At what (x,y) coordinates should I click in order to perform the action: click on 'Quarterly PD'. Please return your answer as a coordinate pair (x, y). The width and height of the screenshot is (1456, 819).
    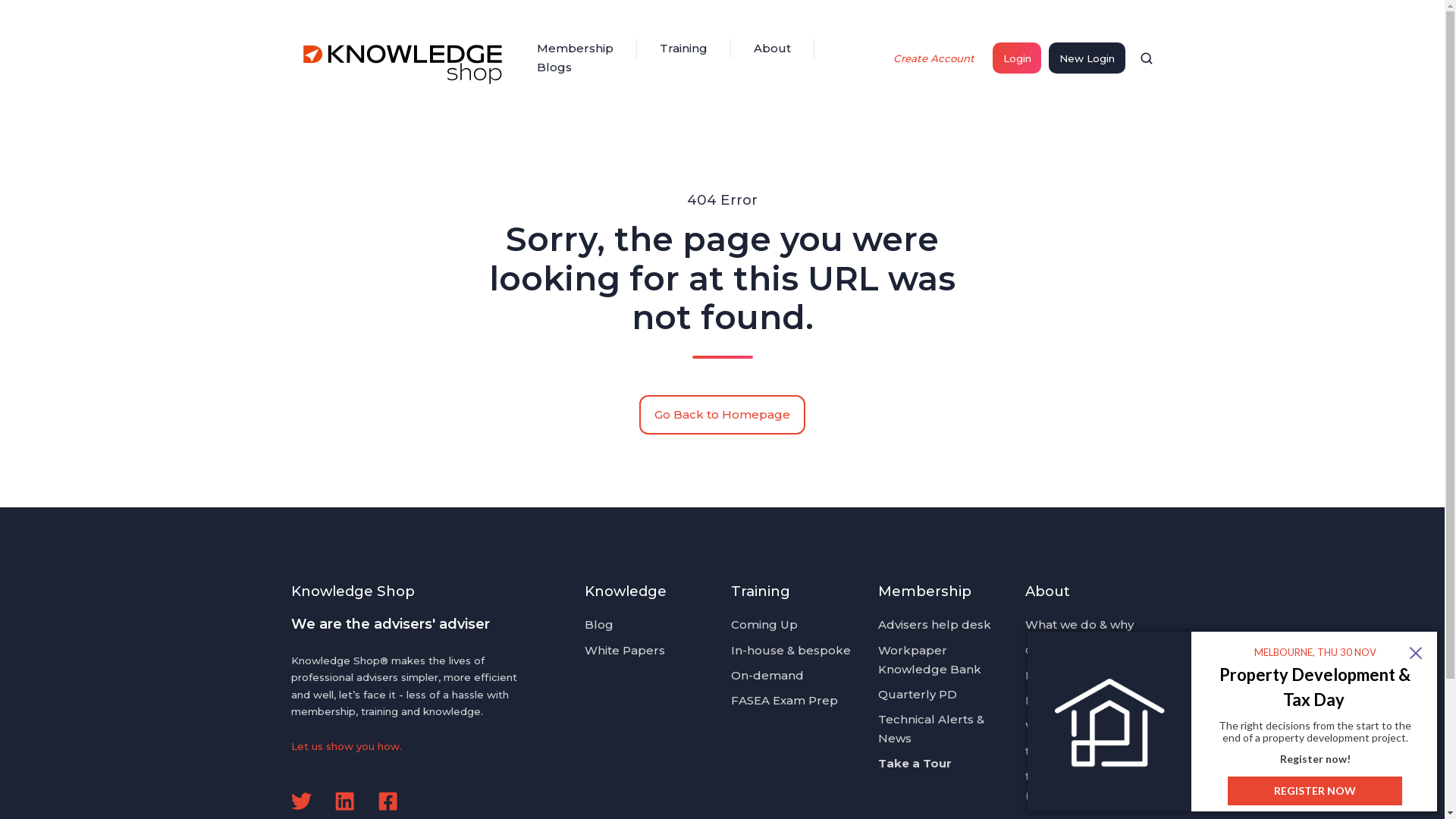
    Looking at the image, I should click on (916, 694).